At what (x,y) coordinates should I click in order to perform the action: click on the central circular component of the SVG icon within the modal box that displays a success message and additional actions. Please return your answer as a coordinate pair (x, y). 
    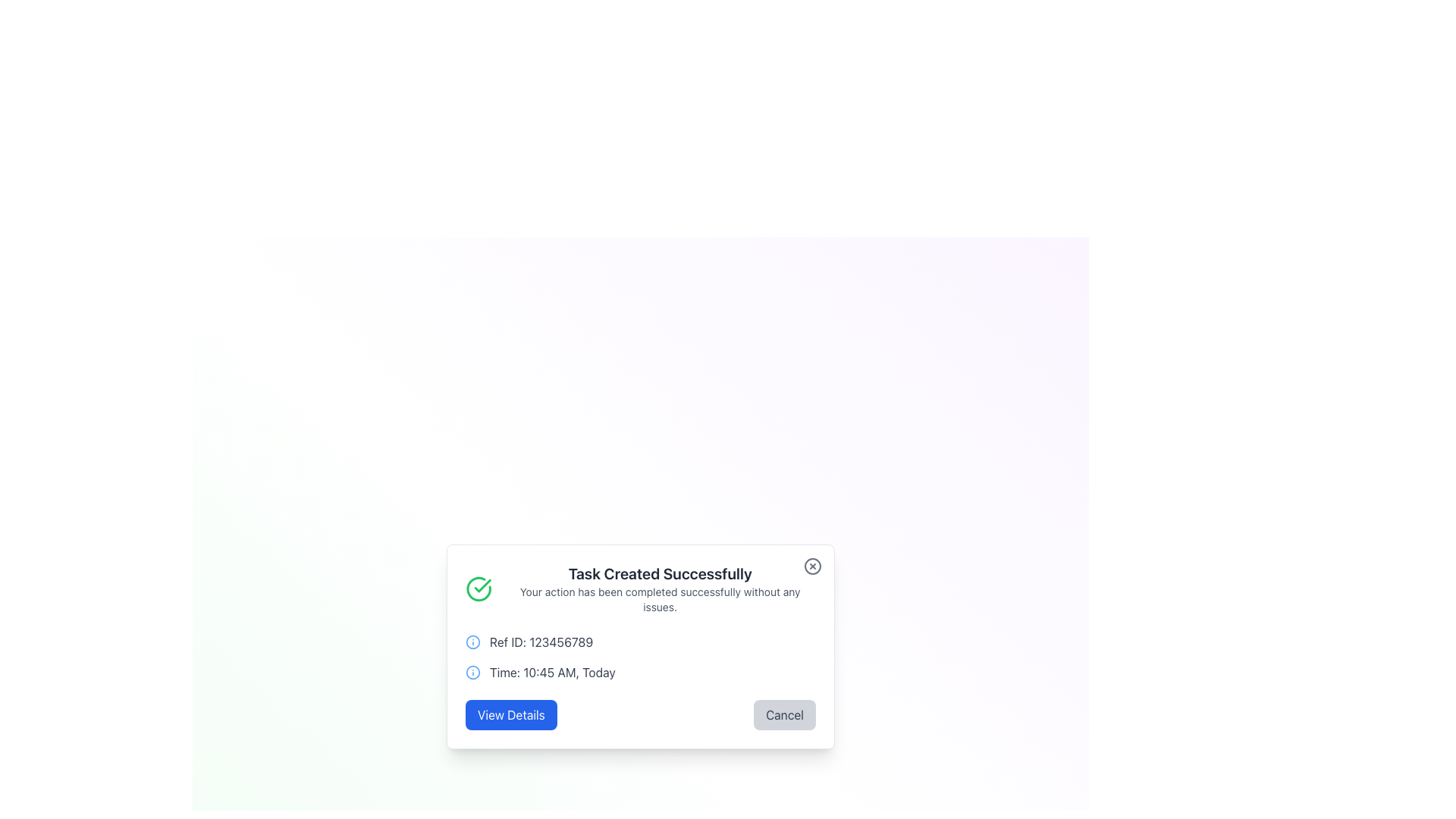
    Looking at the image, I should click on (472, 642).